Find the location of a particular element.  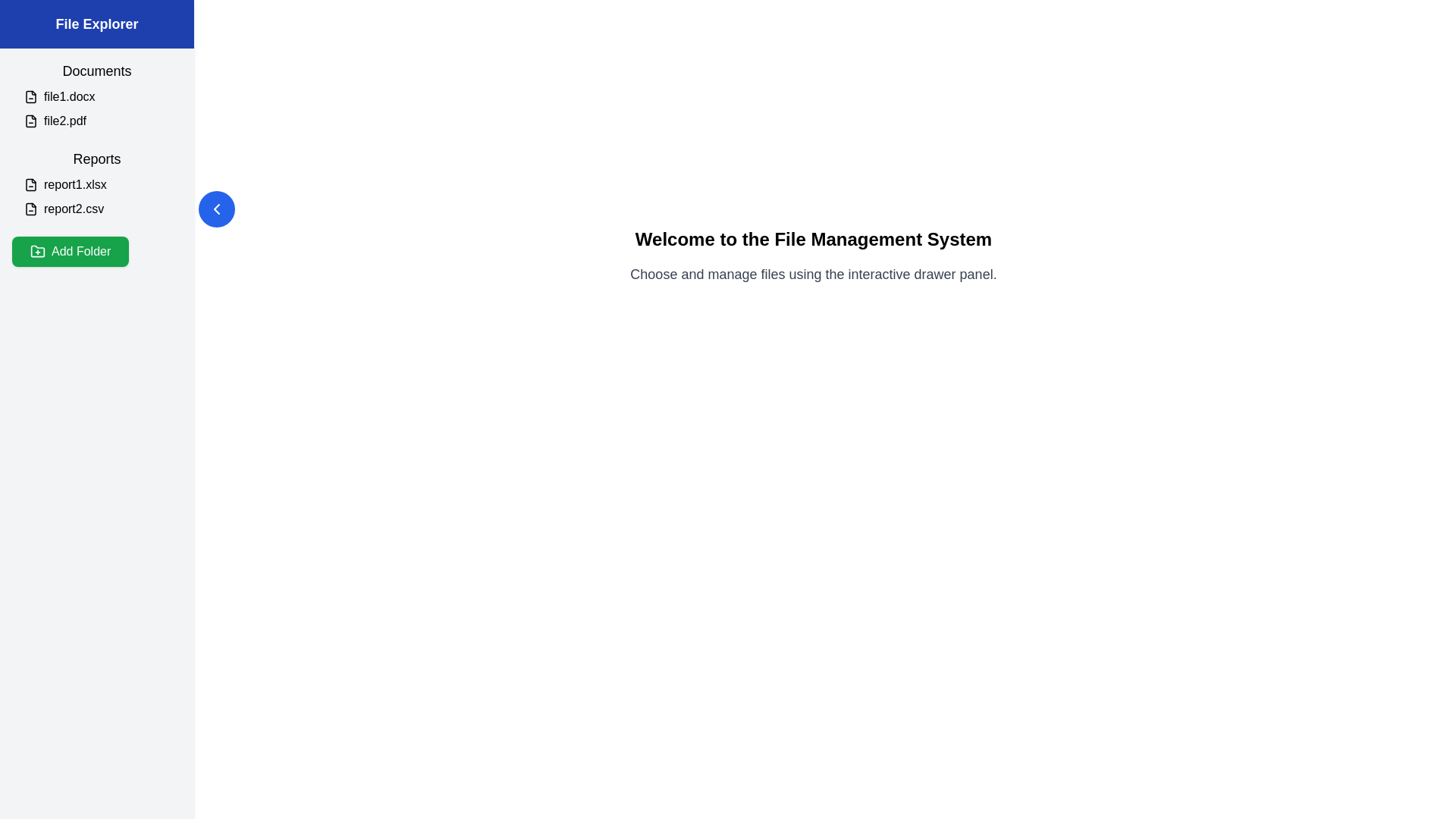

the document-like icon in the 'Reports' section, which is located below the 'Documents' section and precedes the text 'report1.xlsx' is located at coordinates (31, 184).